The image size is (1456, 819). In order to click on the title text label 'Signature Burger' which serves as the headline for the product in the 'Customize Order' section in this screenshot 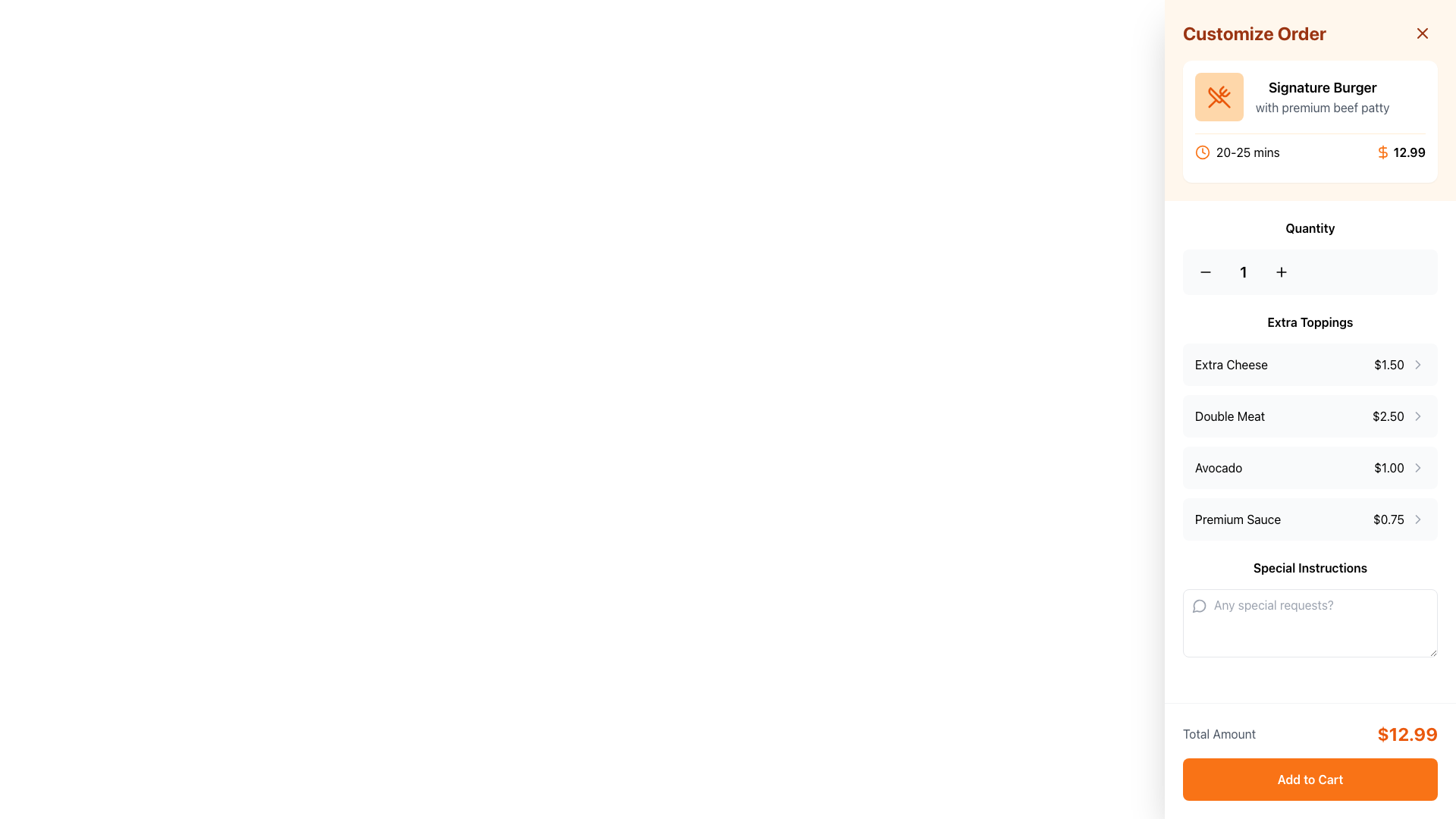, I will do `click(1322, 87)`.